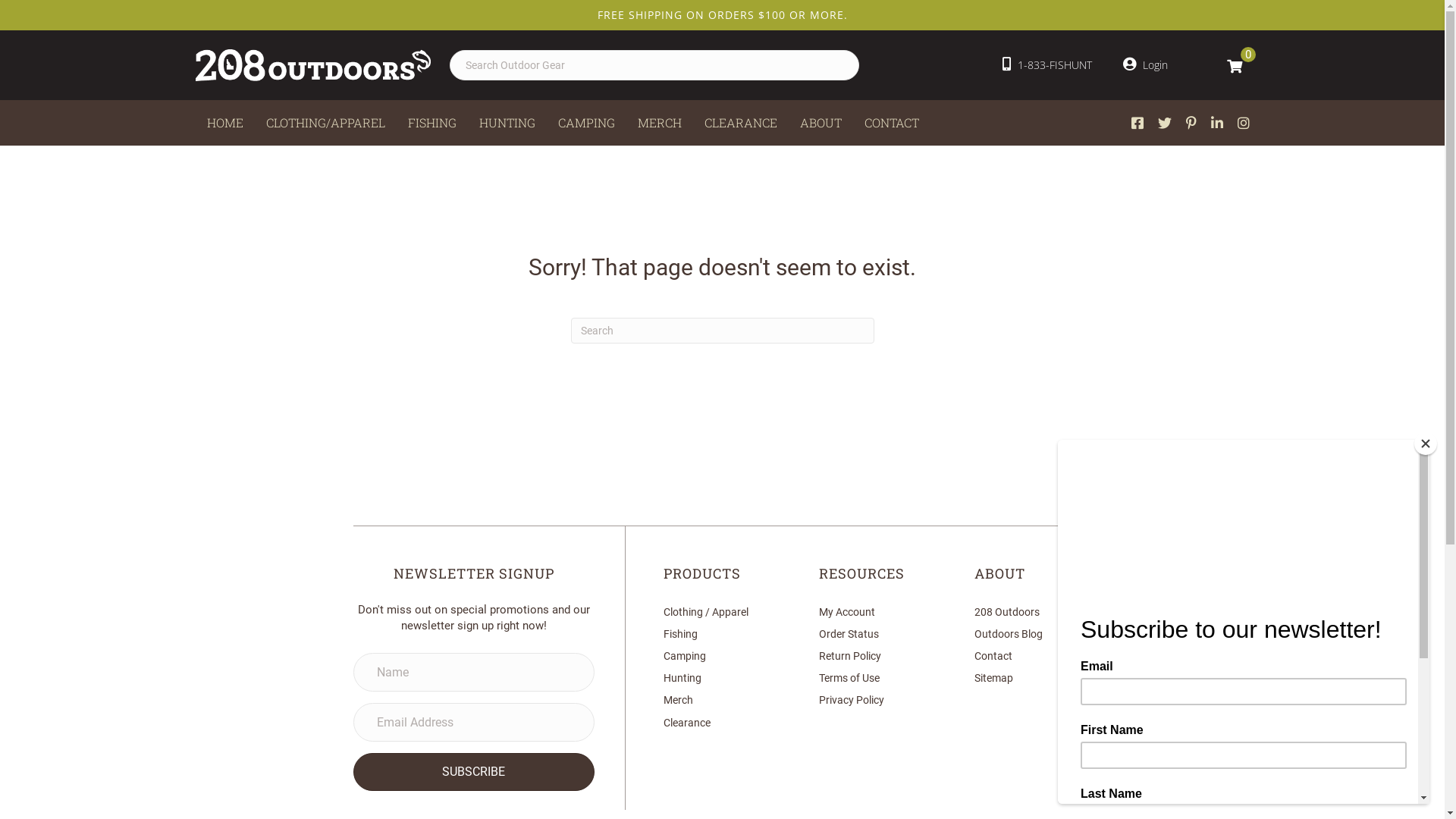  I want to click on 'CLEARANCE', so click(741, 122).